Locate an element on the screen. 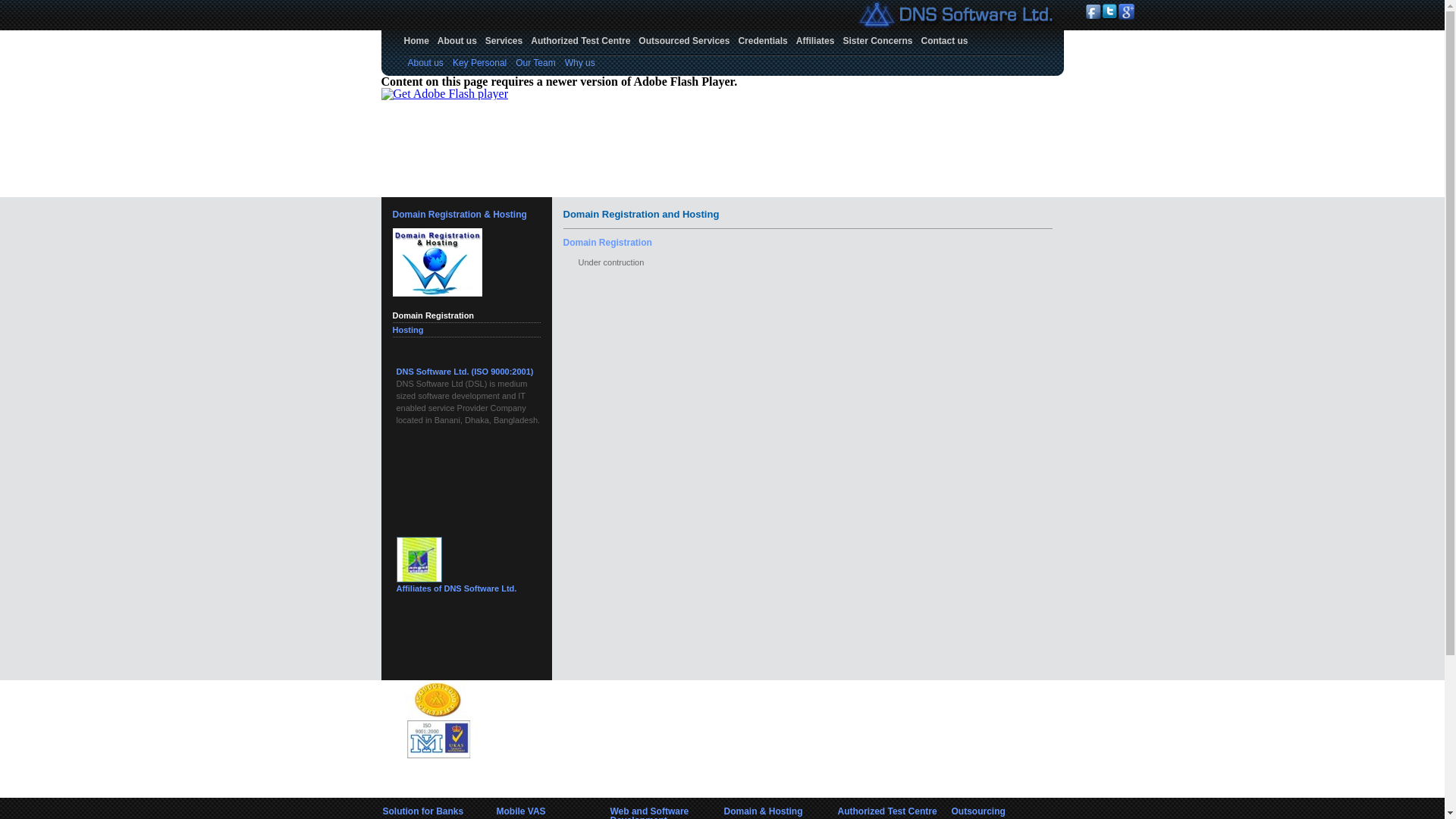 This screenshot has width=1456, height=819. 'Outsourced Services' is located at coordinates (683, 40).